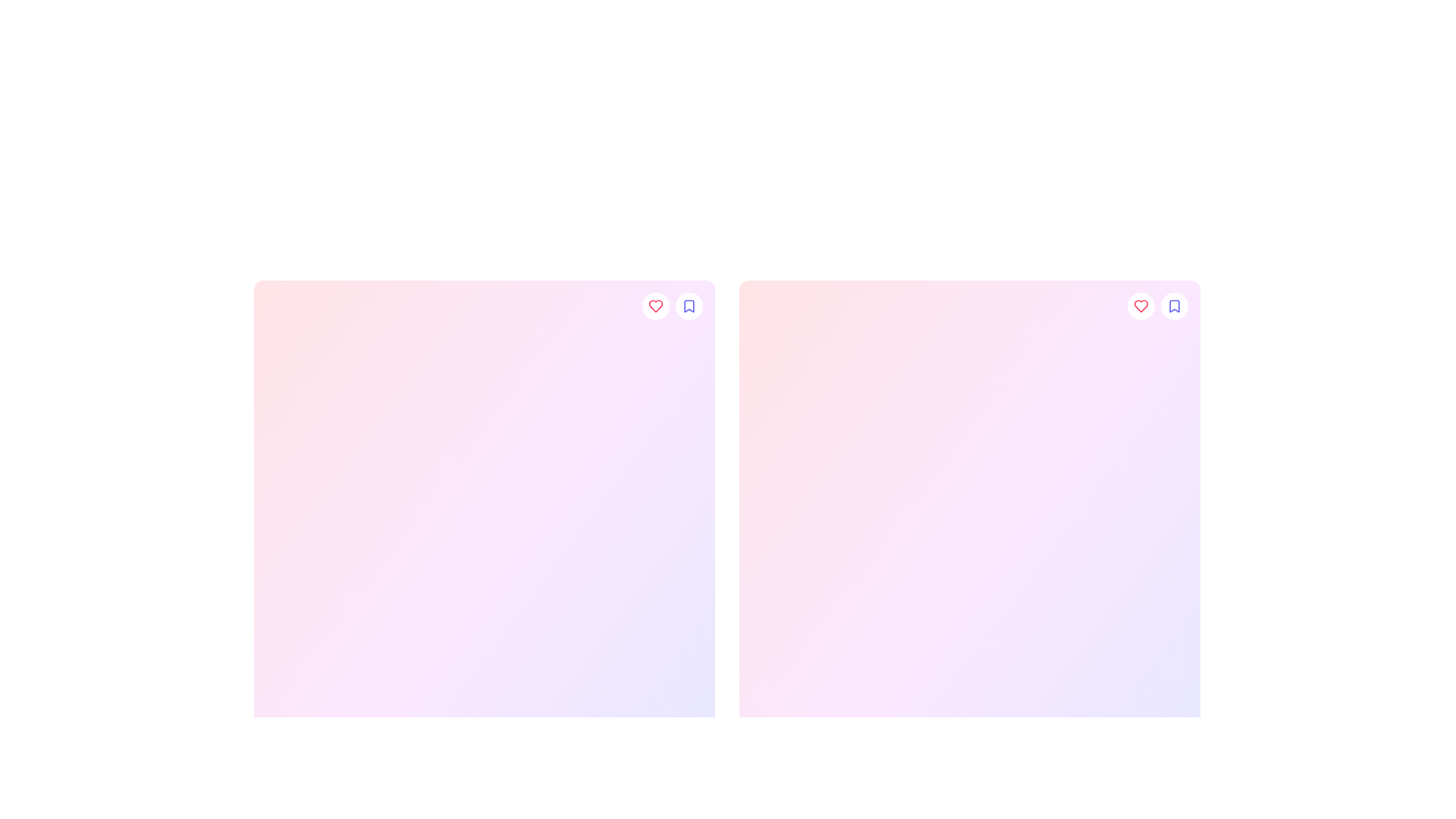  I want to click on the bookmark icon located at the top-right corner of the section, which allows users to save or bookmark content for later access, so click(1174, 306).